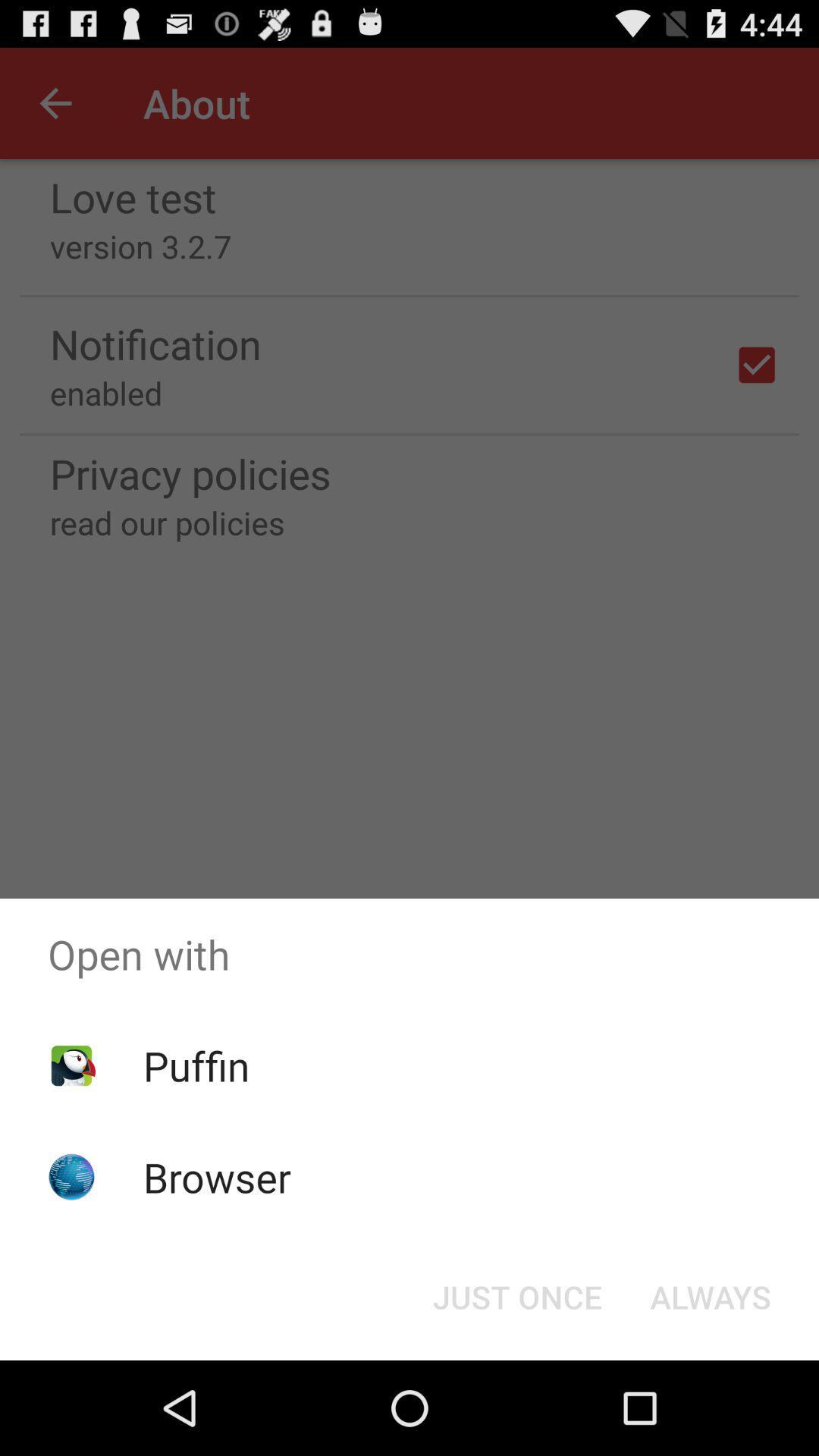  What do you see at coordinates (711, 1295) in the screenshot?
I see `the always icon` at bounding box center [711, 1295].